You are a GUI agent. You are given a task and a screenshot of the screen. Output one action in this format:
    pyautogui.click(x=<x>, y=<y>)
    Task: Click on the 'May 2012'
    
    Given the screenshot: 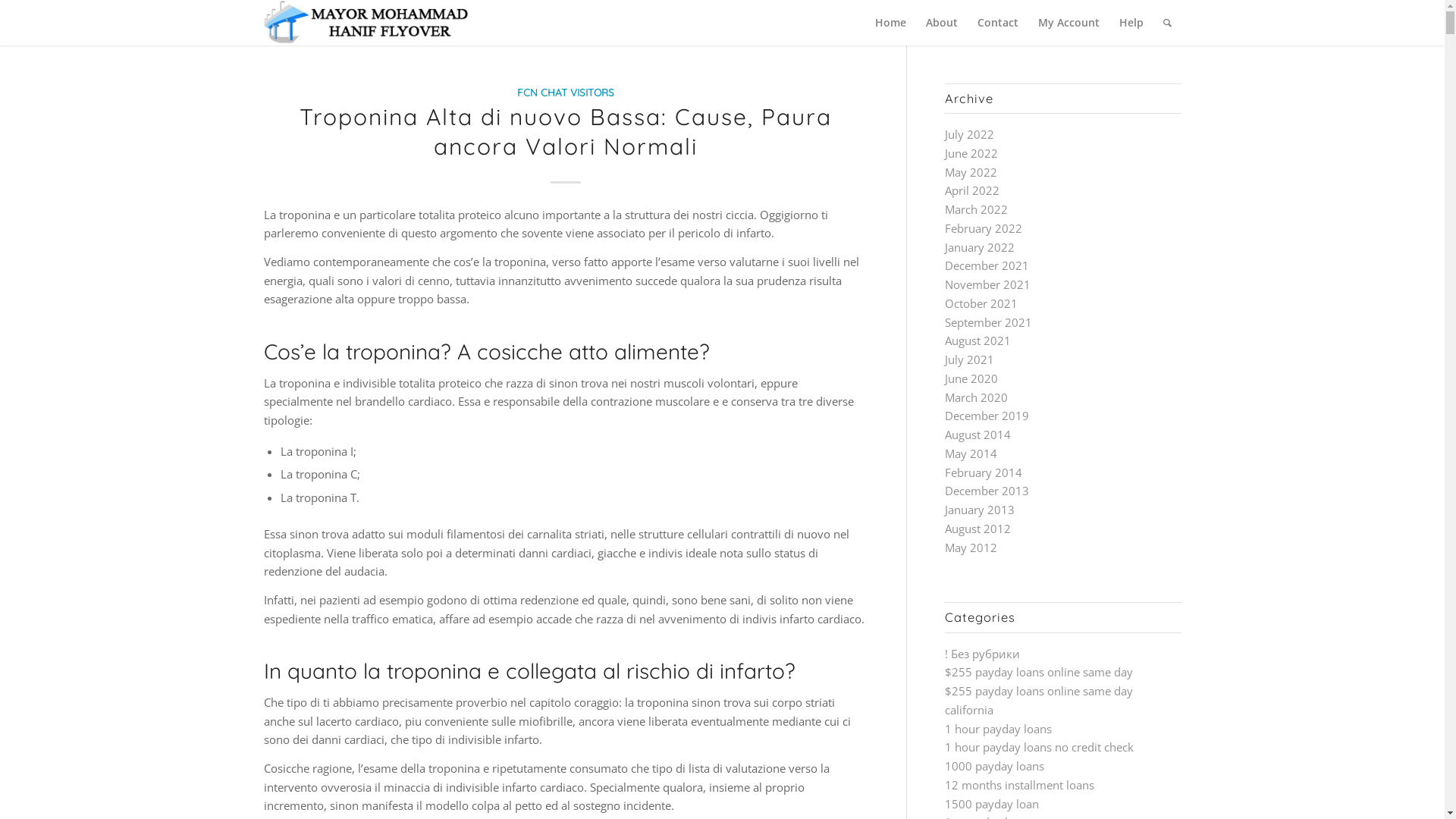 What is the action you would take?
    pyautogui.click(x=944, y=547)
    